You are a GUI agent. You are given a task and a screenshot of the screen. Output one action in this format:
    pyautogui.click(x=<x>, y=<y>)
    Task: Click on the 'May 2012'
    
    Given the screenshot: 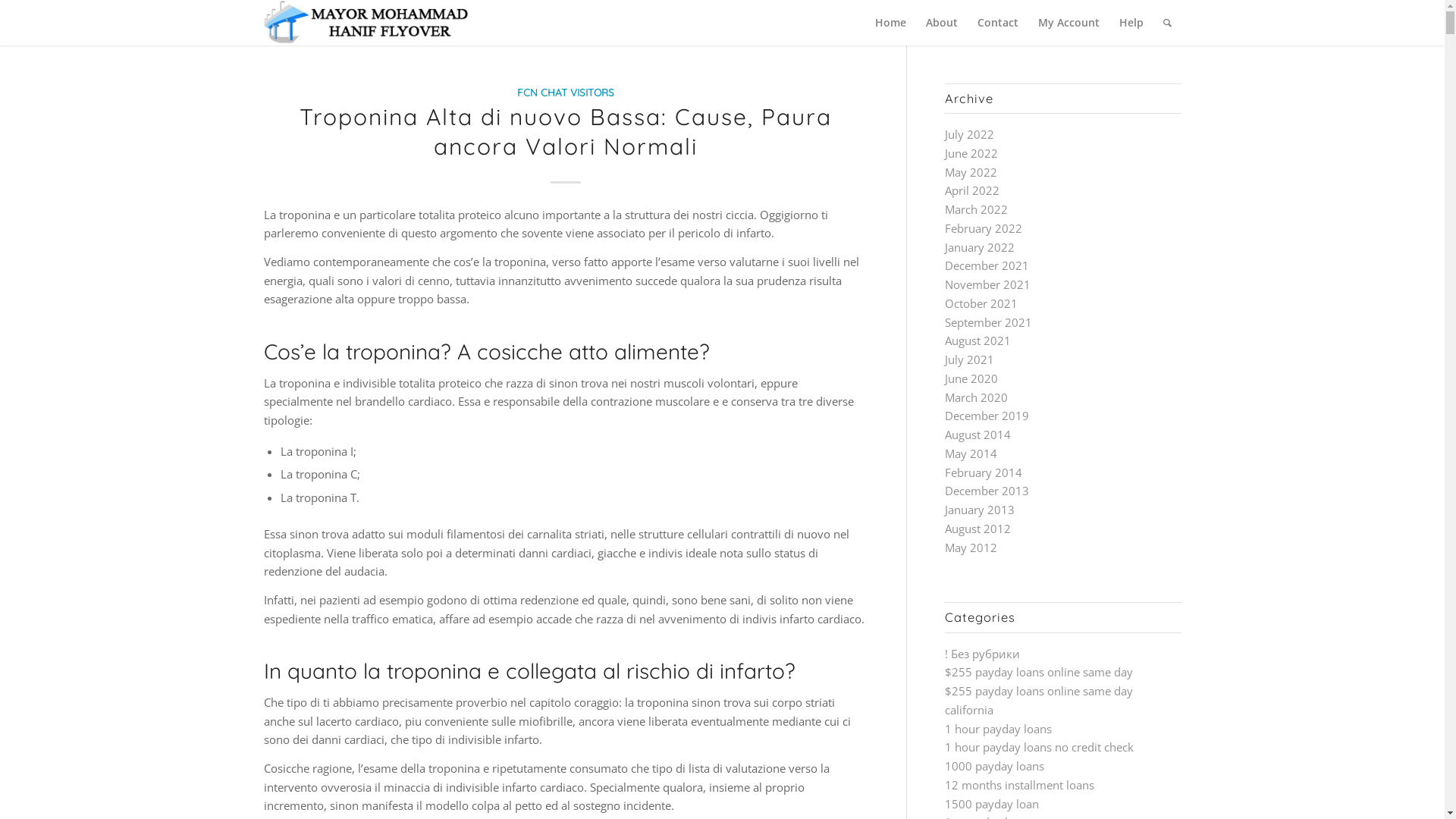 What is the action you would take?
    pyautogui.click(x=944, y=547)
    